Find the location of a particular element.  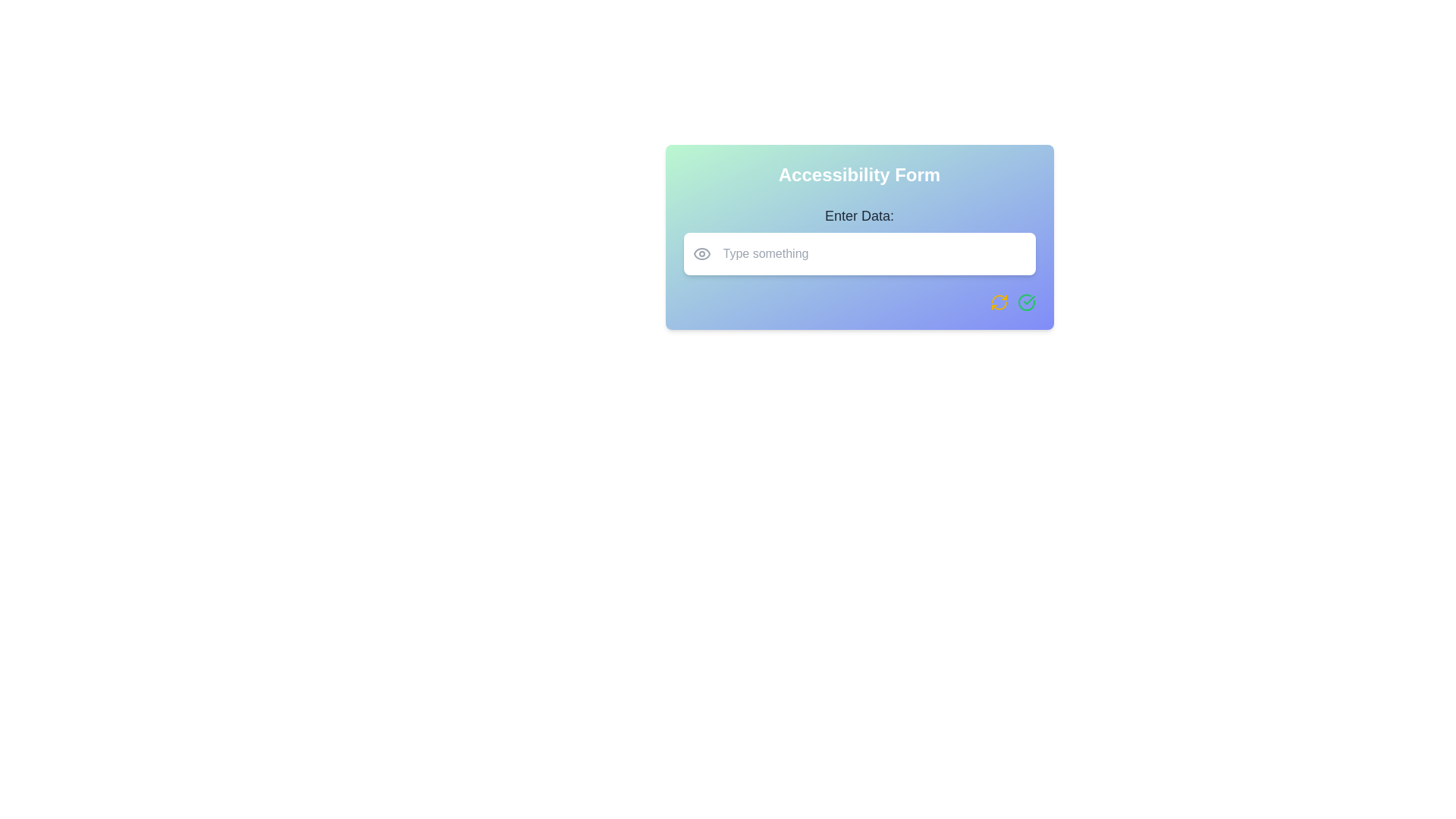

the visibility toggle icon located to the left of the input field under the 'Enter Data:' label is located at coordinates (701, 253).